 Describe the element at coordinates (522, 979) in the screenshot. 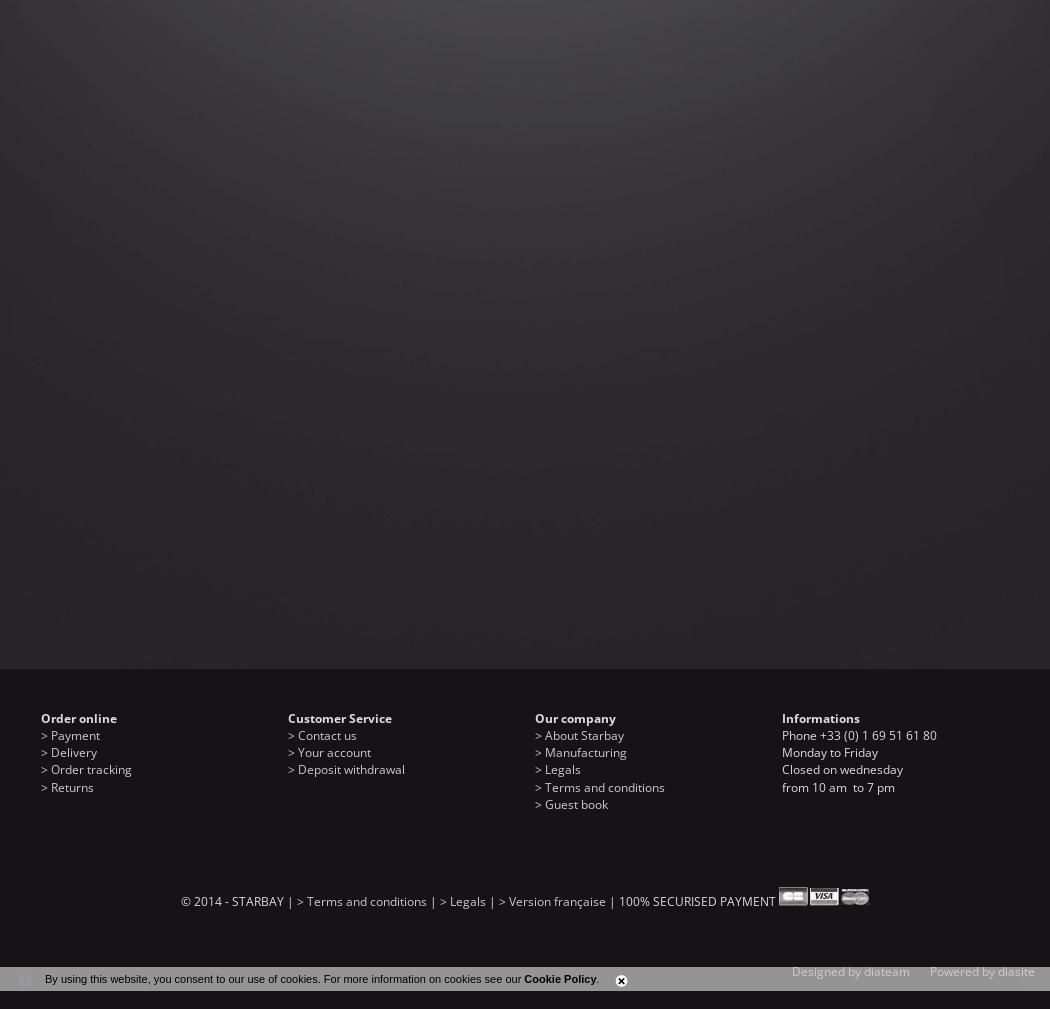

I see `'Cookie Policy'` at that location.